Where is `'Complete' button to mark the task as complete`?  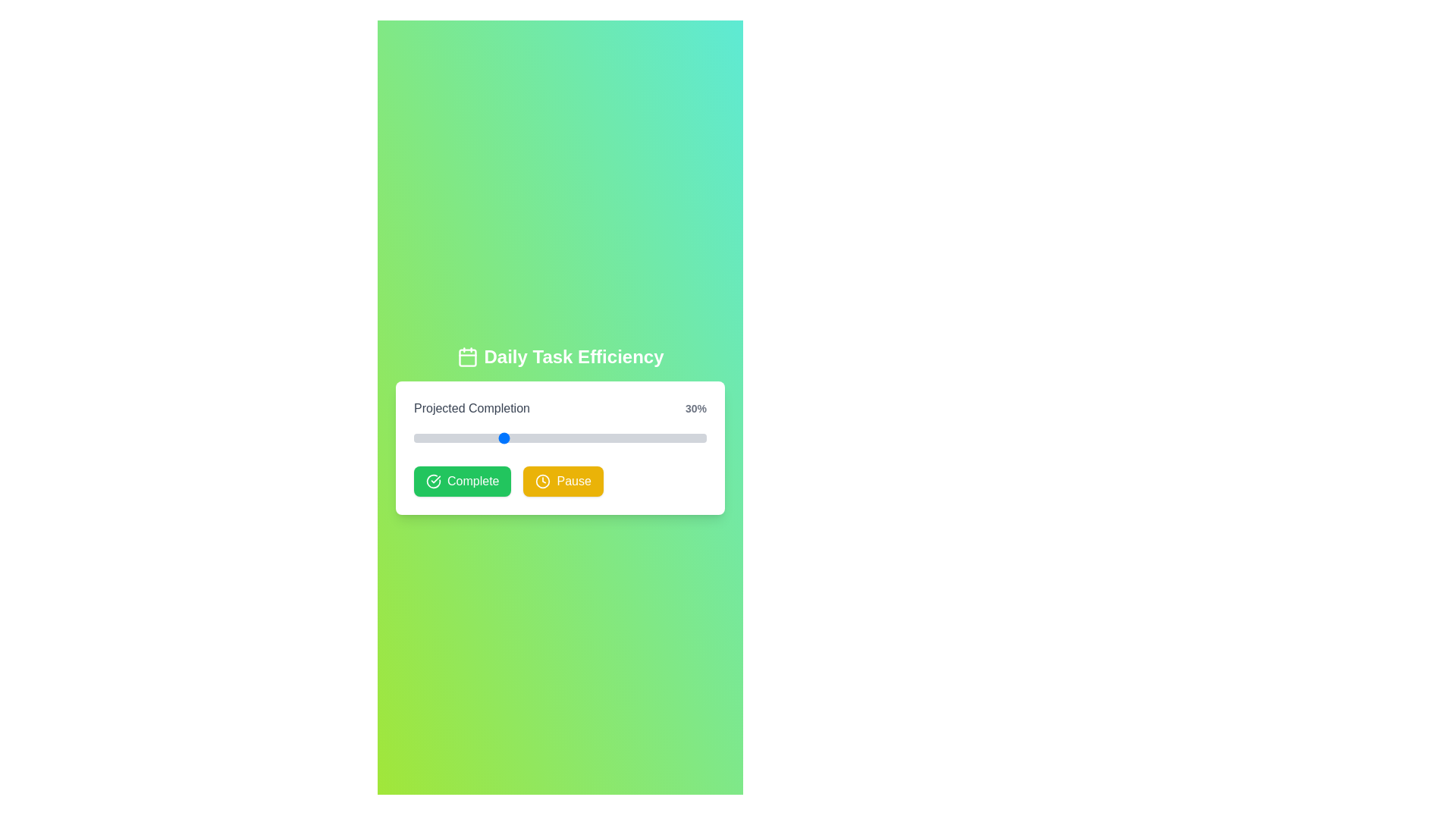 'Complete' button to mark the task as complete is located at coordinates (461, 482).